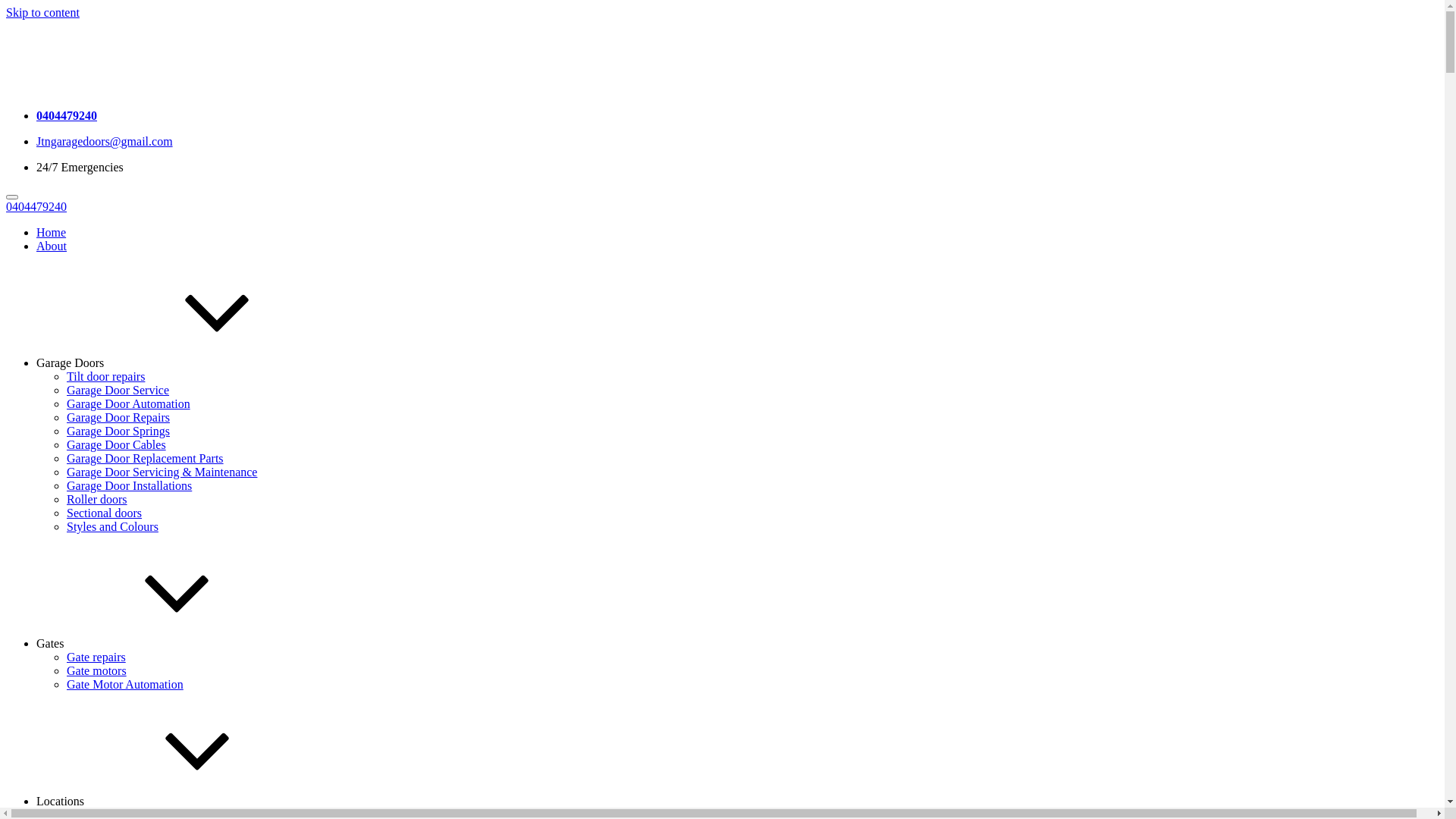 The image size is (1456, 819). Describe the element at coordinates (111, 526) in the screenshot. I see `'Styles and Colours'` at that location.